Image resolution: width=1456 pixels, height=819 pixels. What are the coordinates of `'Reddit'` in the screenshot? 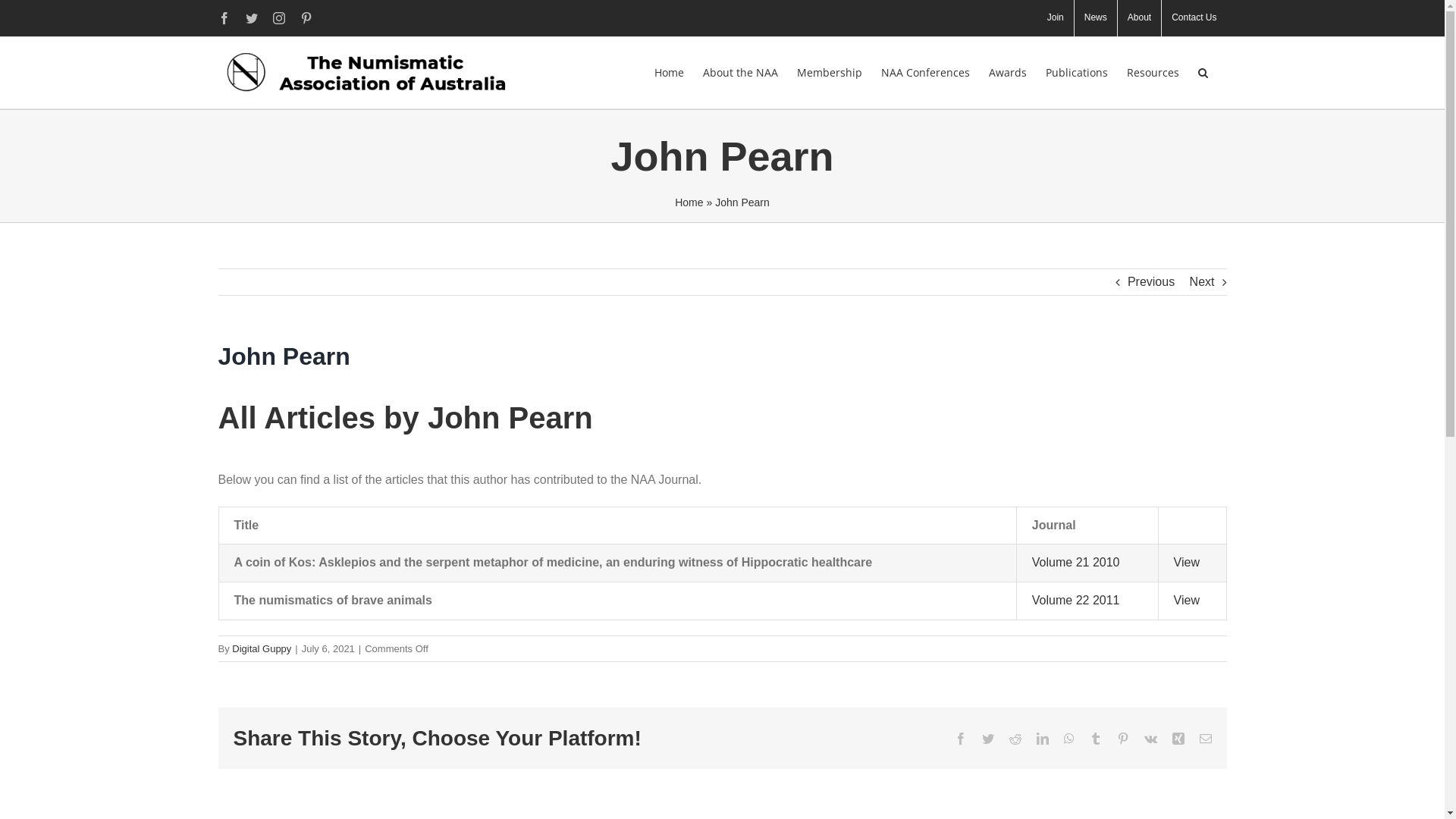 It's located at (1015, 738).